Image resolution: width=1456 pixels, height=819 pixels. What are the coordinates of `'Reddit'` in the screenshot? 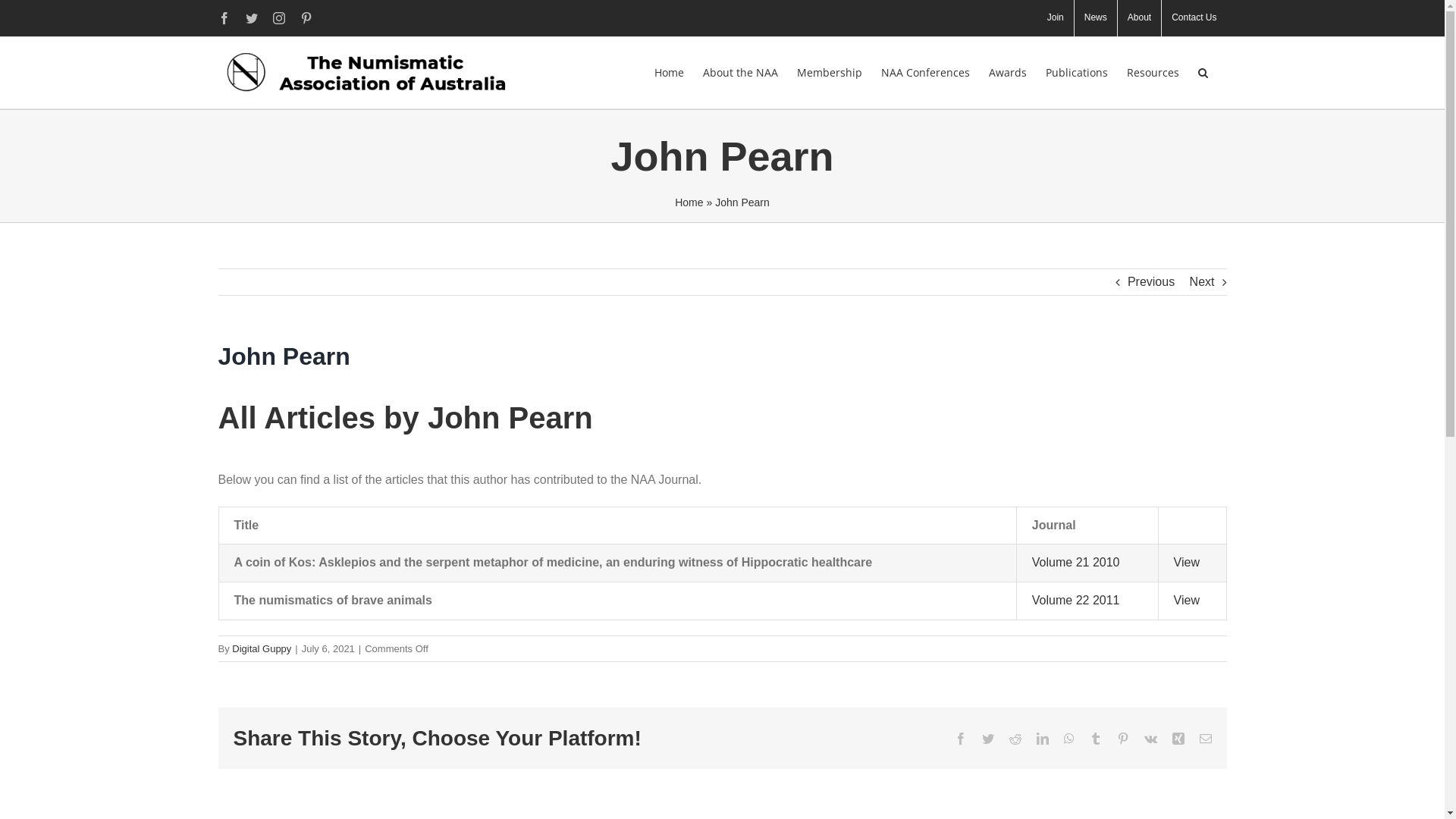 It's located at (1015, 738).